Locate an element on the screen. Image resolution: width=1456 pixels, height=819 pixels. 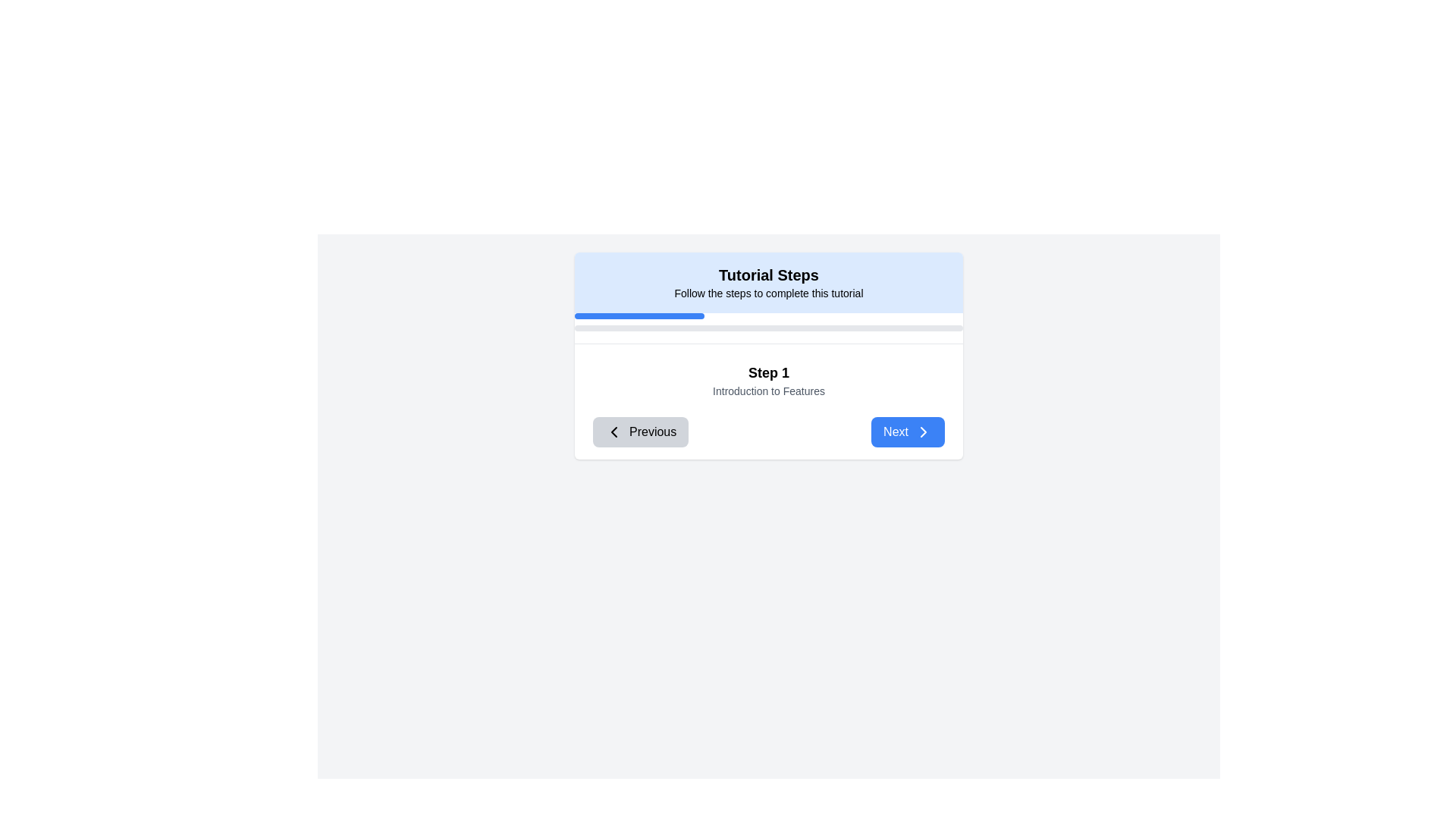
the decorative SVG graphic icon that indicates moving to the previous step in the tutorial, located within the 'Previous' button at the bottom left of the interface is located at coordinates (614, 432).